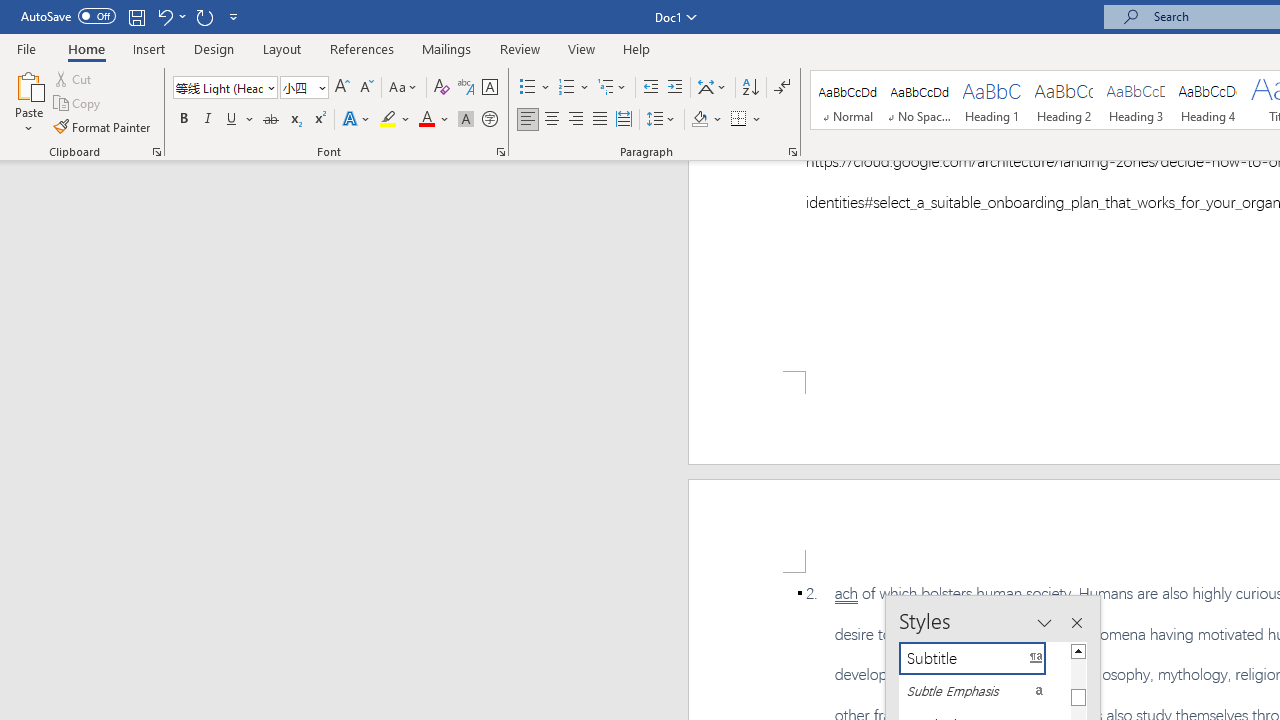 The width and height of the screenshot is (1280, 720). Describe the element at coordinates (85, 48) in the screenshot. I see `'Home'` at that location.